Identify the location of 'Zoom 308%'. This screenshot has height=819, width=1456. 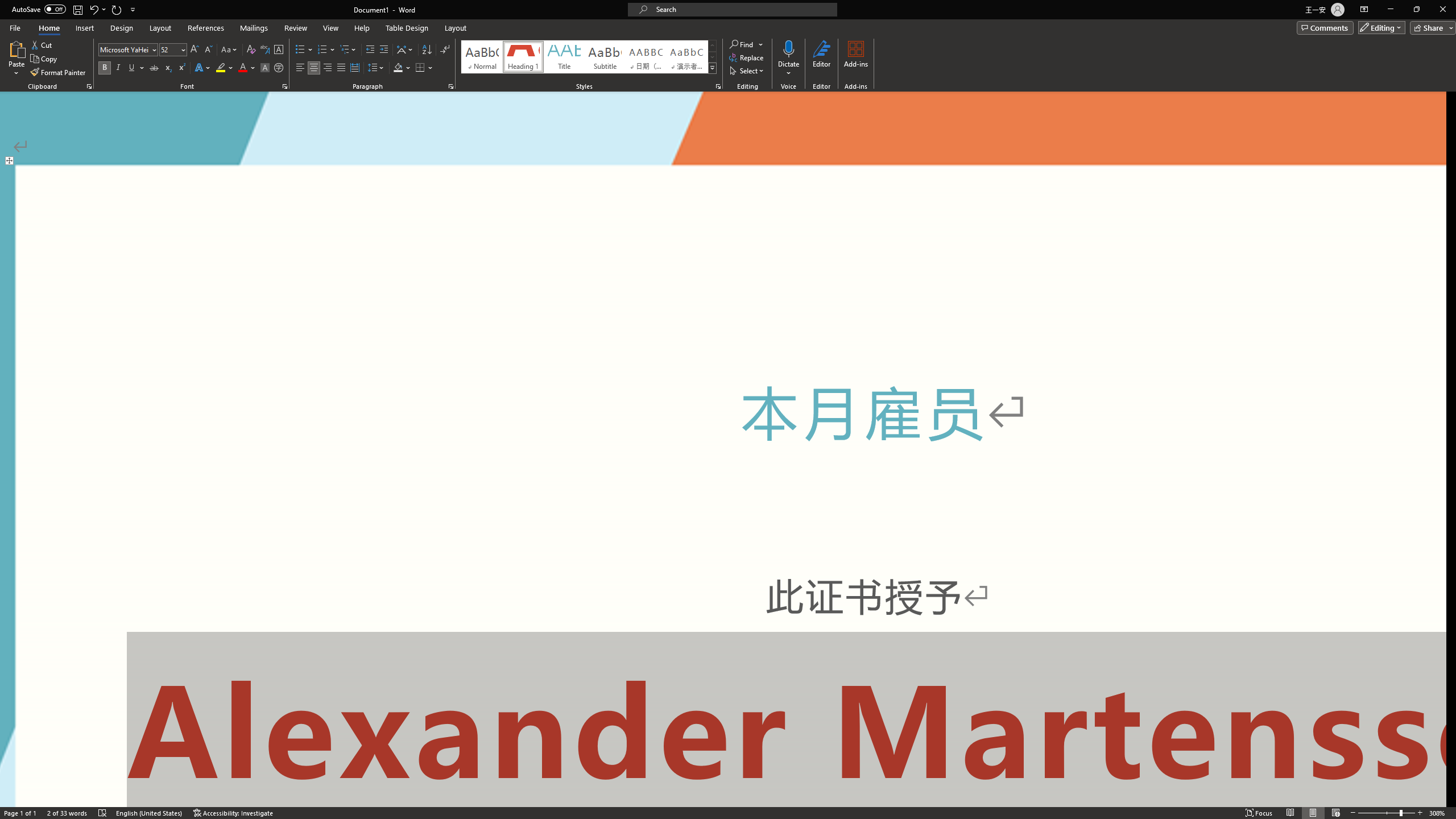
(1443, 790).